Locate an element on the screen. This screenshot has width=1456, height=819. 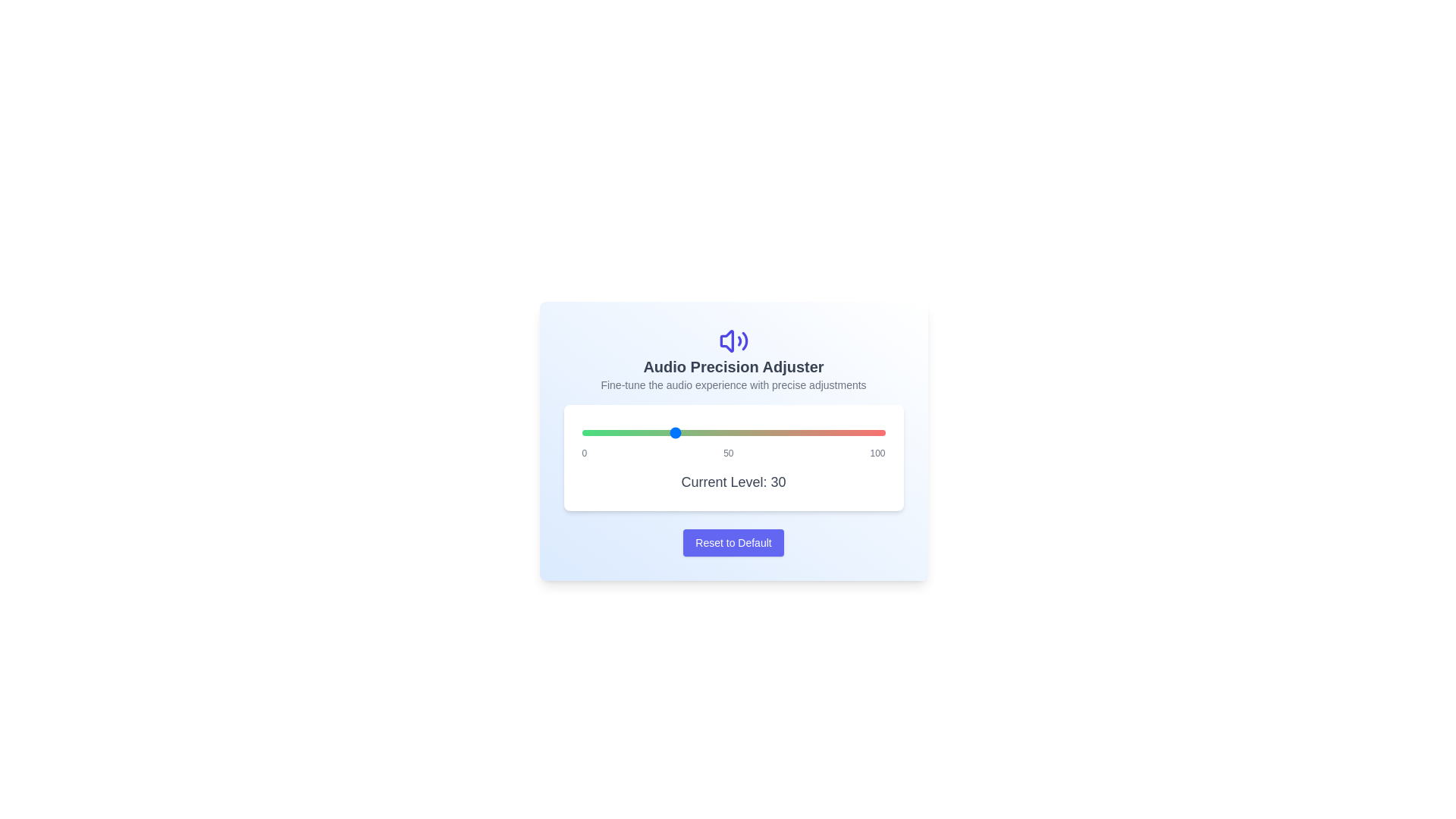
the audio level to 95 using the slider is located at coordinates (870, 432).